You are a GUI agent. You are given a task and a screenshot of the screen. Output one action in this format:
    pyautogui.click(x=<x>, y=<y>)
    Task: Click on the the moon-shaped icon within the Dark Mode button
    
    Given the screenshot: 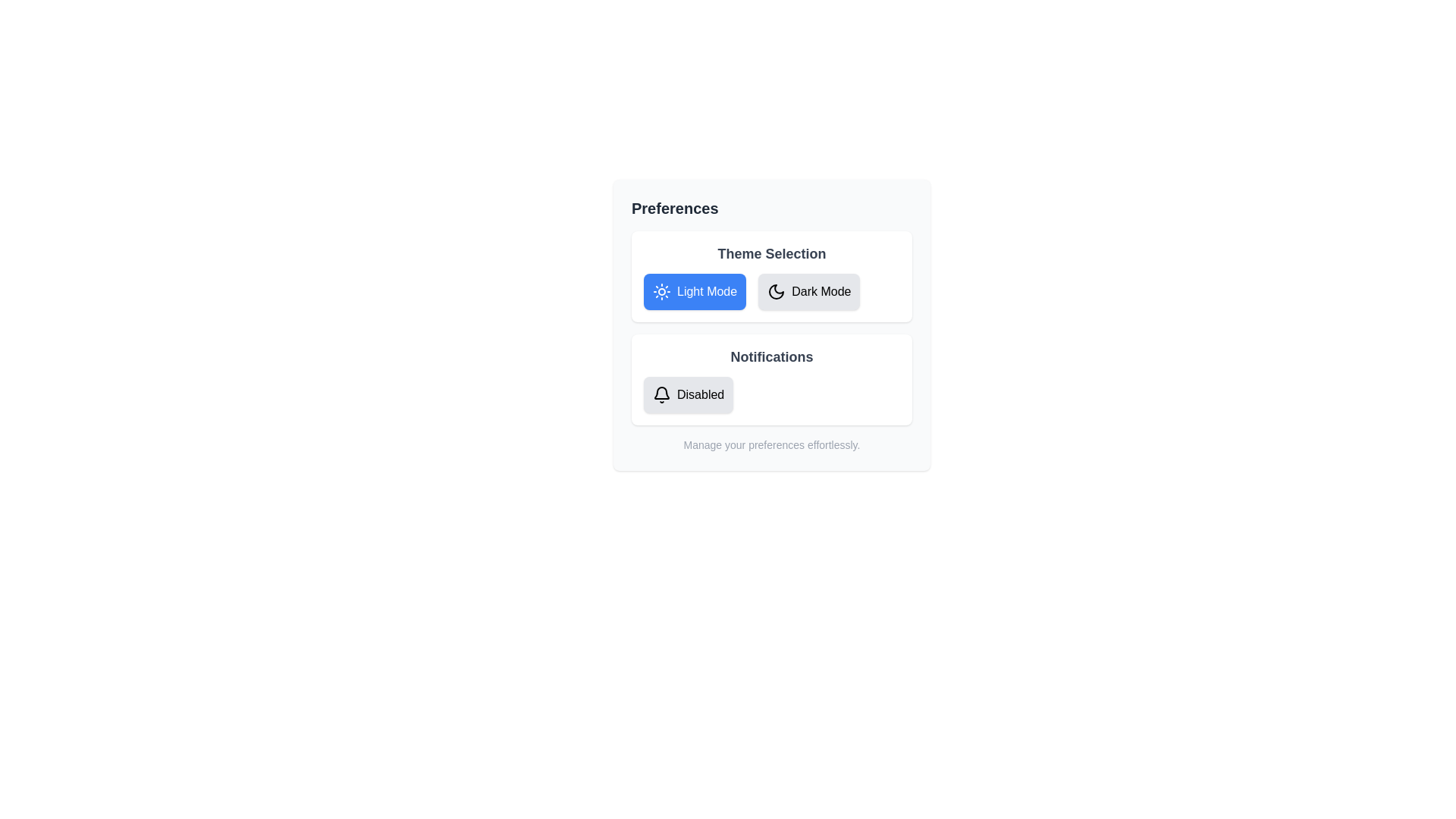 What is the action you would take?
    pyautogui.click(x=777, y=292)
    